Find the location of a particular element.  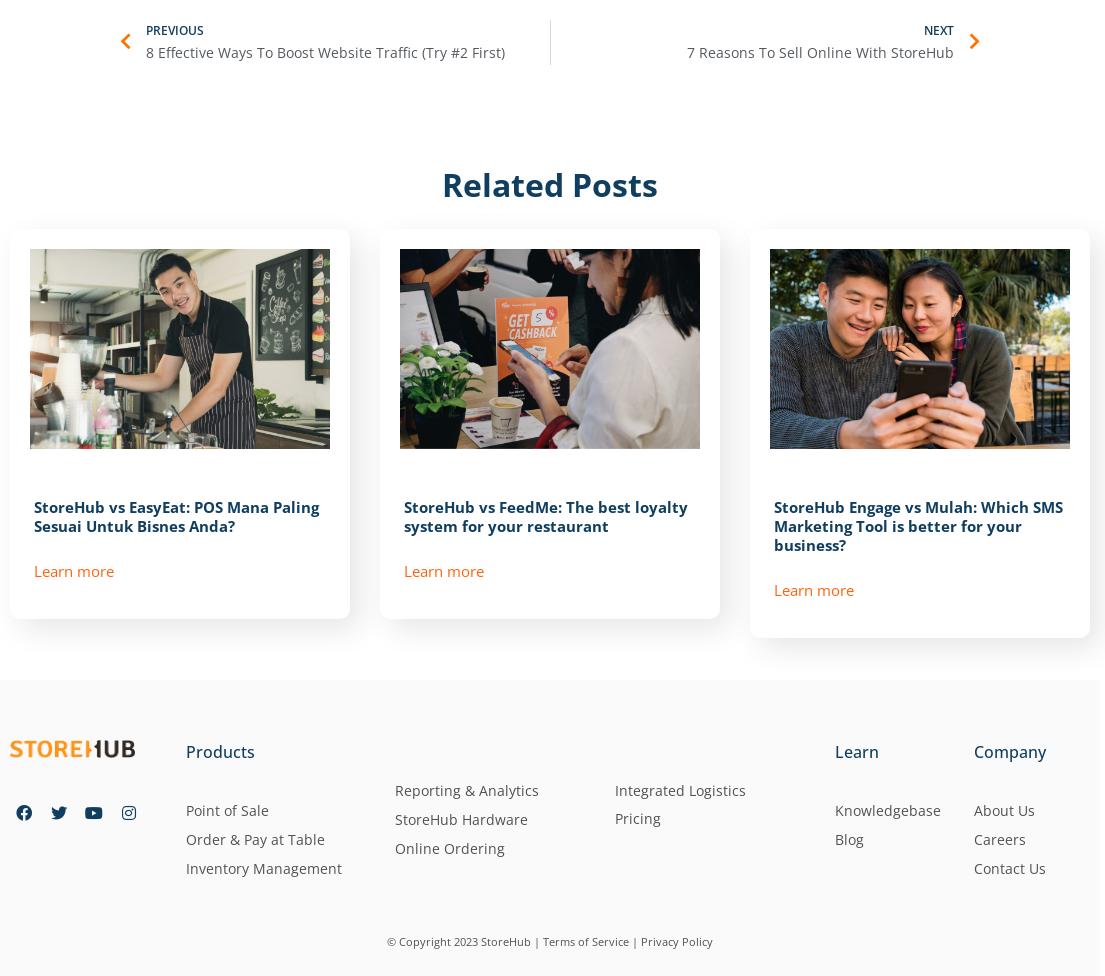

'Pricing' is located at coordinates (638, 817).